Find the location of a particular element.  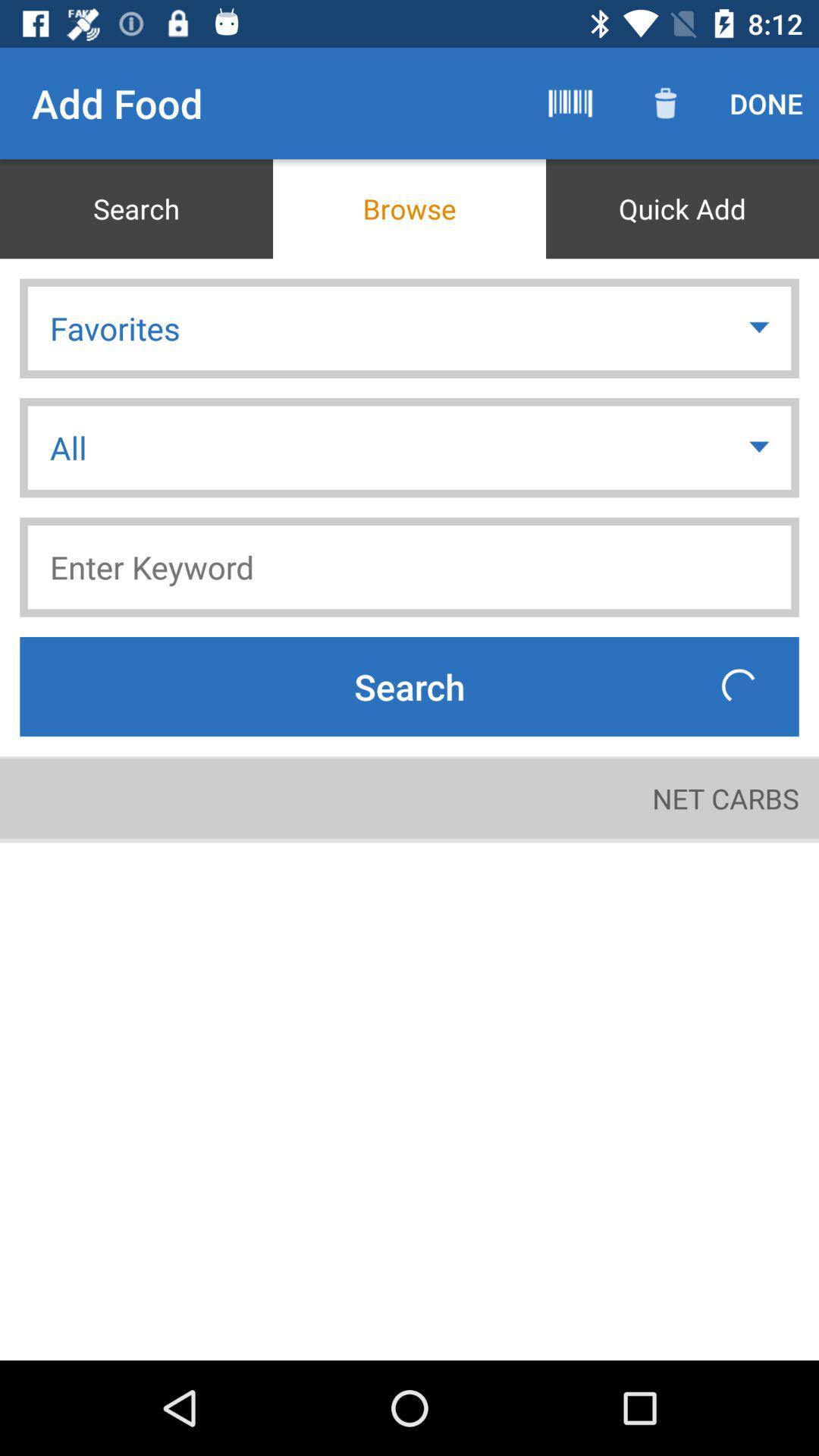

favorites item is located at coordinates (409, 328).